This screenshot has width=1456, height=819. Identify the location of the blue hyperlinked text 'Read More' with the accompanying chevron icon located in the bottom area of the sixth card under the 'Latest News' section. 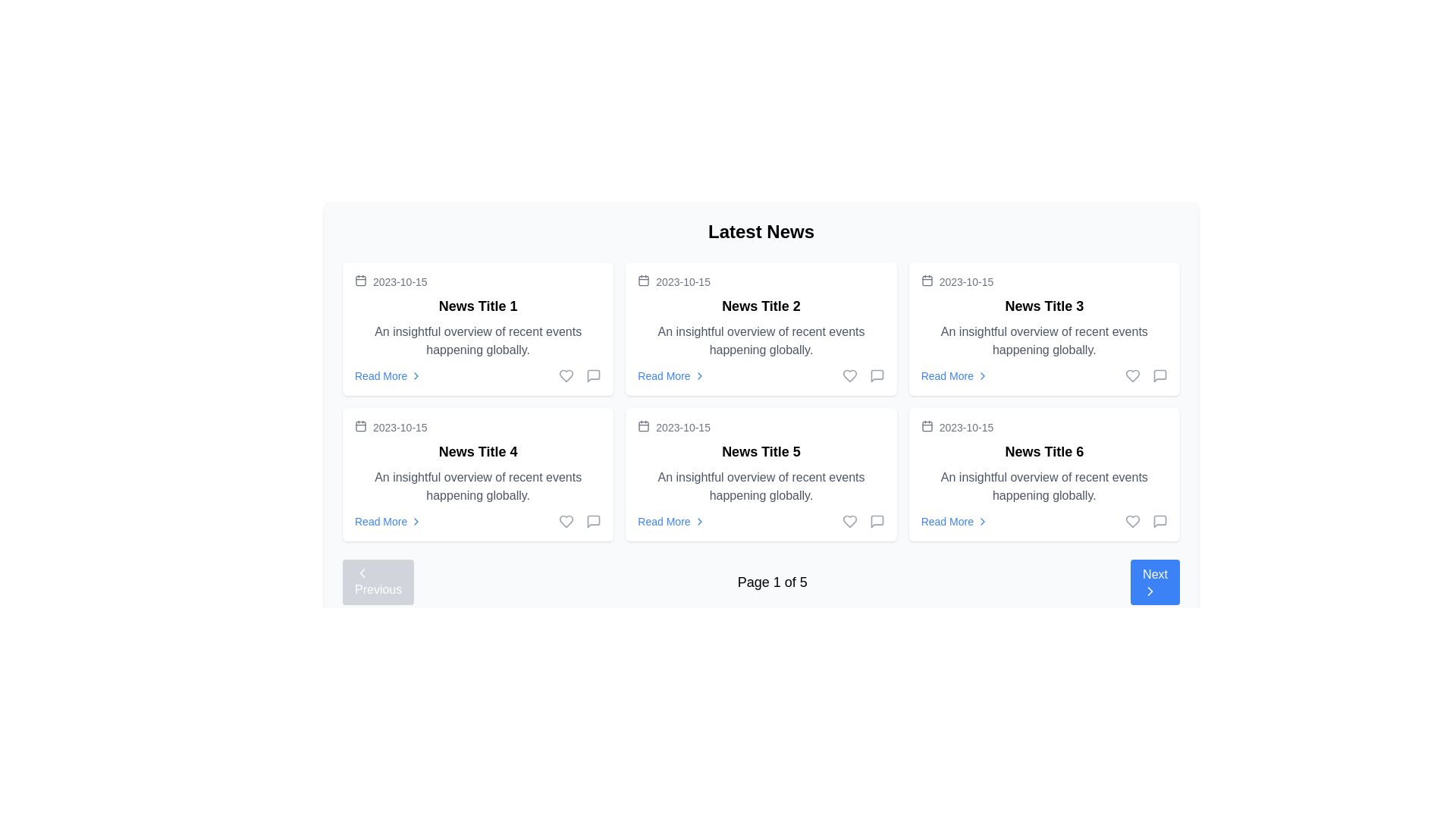
(954, 520).